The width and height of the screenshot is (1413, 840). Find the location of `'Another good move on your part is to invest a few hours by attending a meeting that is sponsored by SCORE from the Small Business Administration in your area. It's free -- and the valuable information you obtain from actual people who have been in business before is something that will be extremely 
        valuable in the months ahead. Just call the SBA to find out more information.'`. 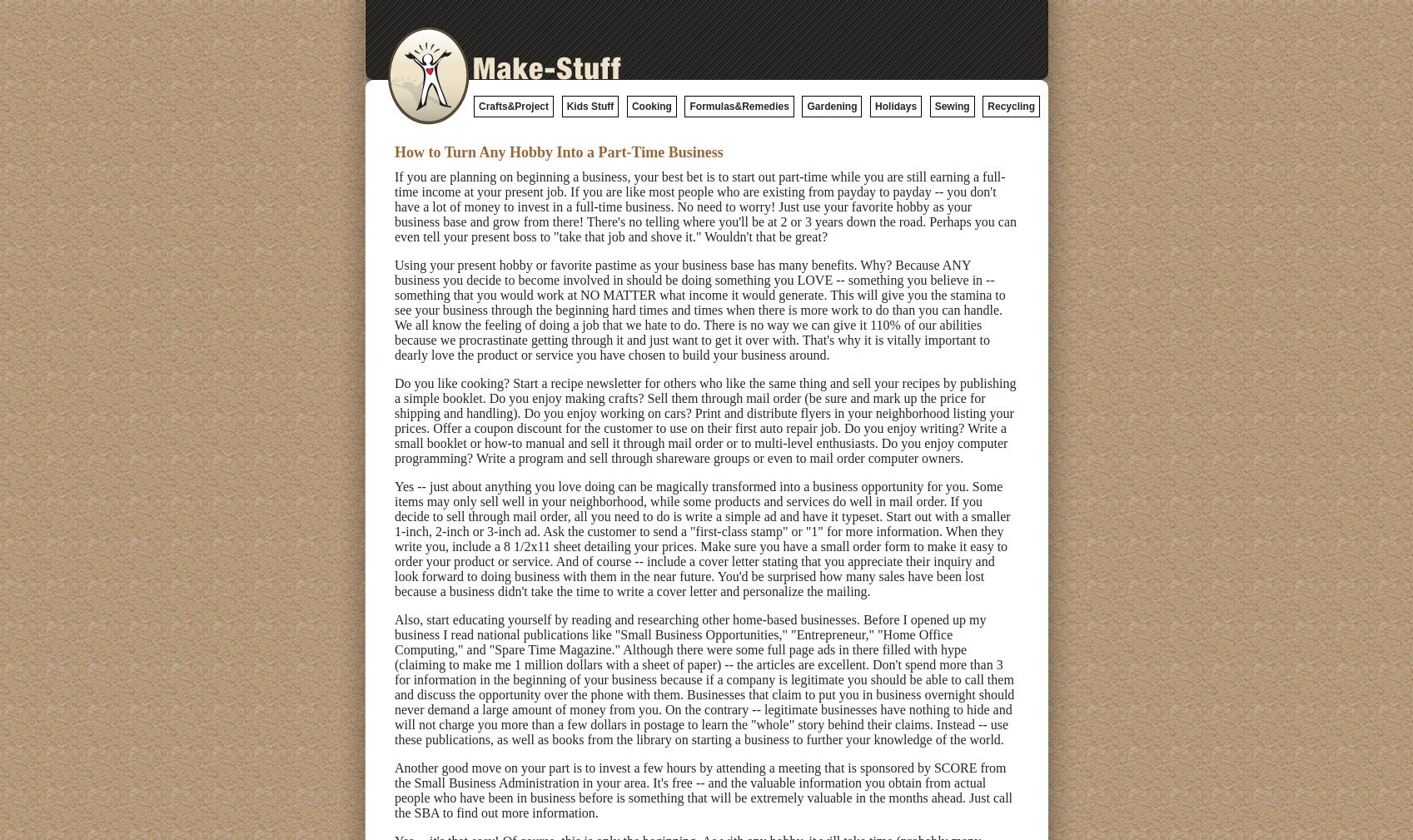

'Another good move on your part is to invest a few hours by attending a meeting that is sponsored by SCORE from the Small Business Administration in your area. It's free -- and the valuable information you obtain from actual people who have been in business before is something that will be extremely 
        valuable in the months ahead. Just call the SBA to find out more information.' is located at coordinates (703, 790).